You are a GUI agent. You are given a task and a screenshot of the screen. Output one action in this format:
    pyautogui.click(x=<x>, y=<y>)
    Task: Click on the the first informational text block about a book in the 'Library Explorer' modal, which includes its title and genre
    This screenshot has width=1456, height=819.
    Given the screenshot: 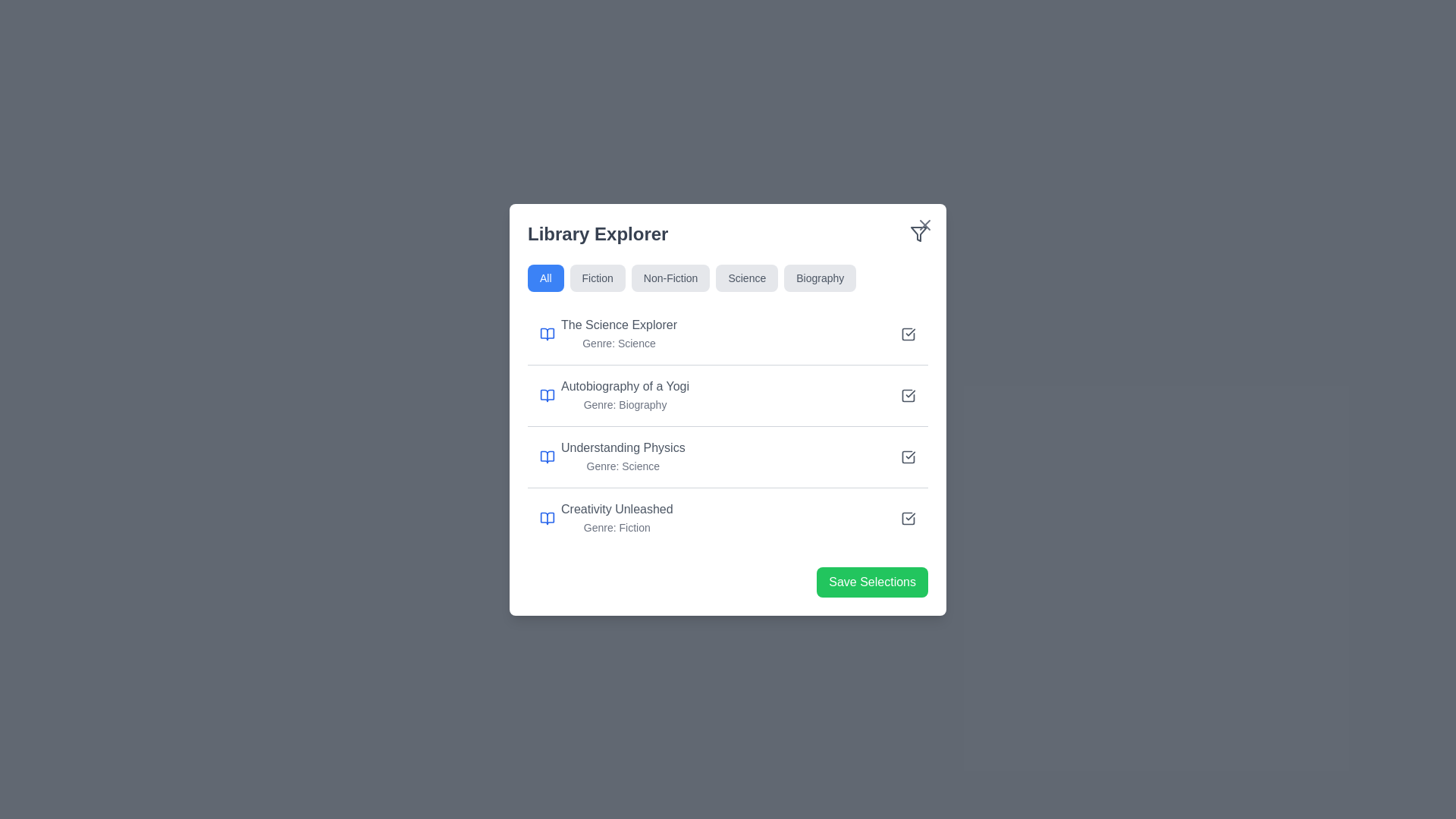 What is the action you would take?
    pyautogui.click(x=608, y=333)
    